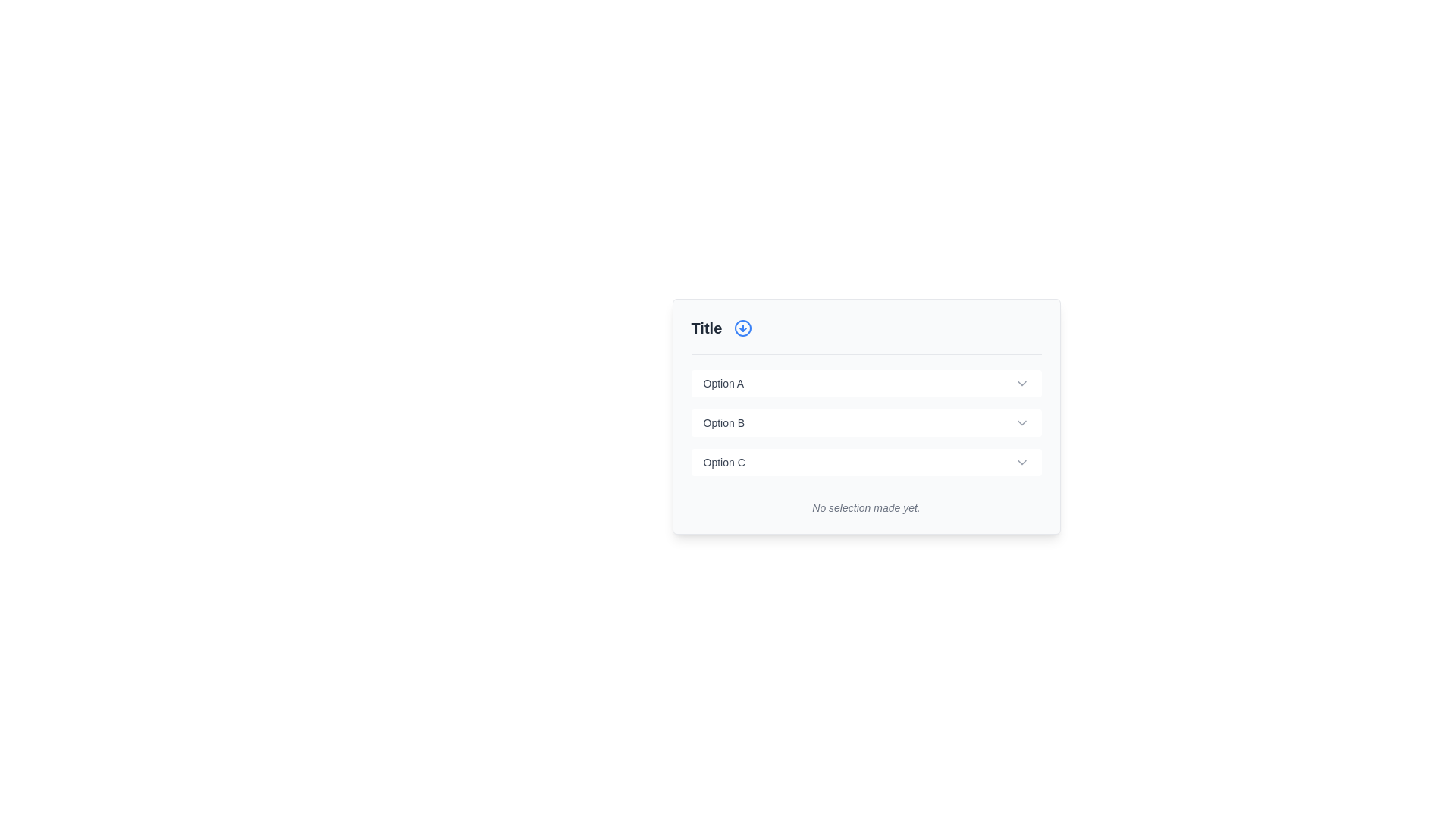  I want to click on the text label that reads 'No selection made yet.' located at the bottom of the options section, directly beneath Option C, so click(866, 502).